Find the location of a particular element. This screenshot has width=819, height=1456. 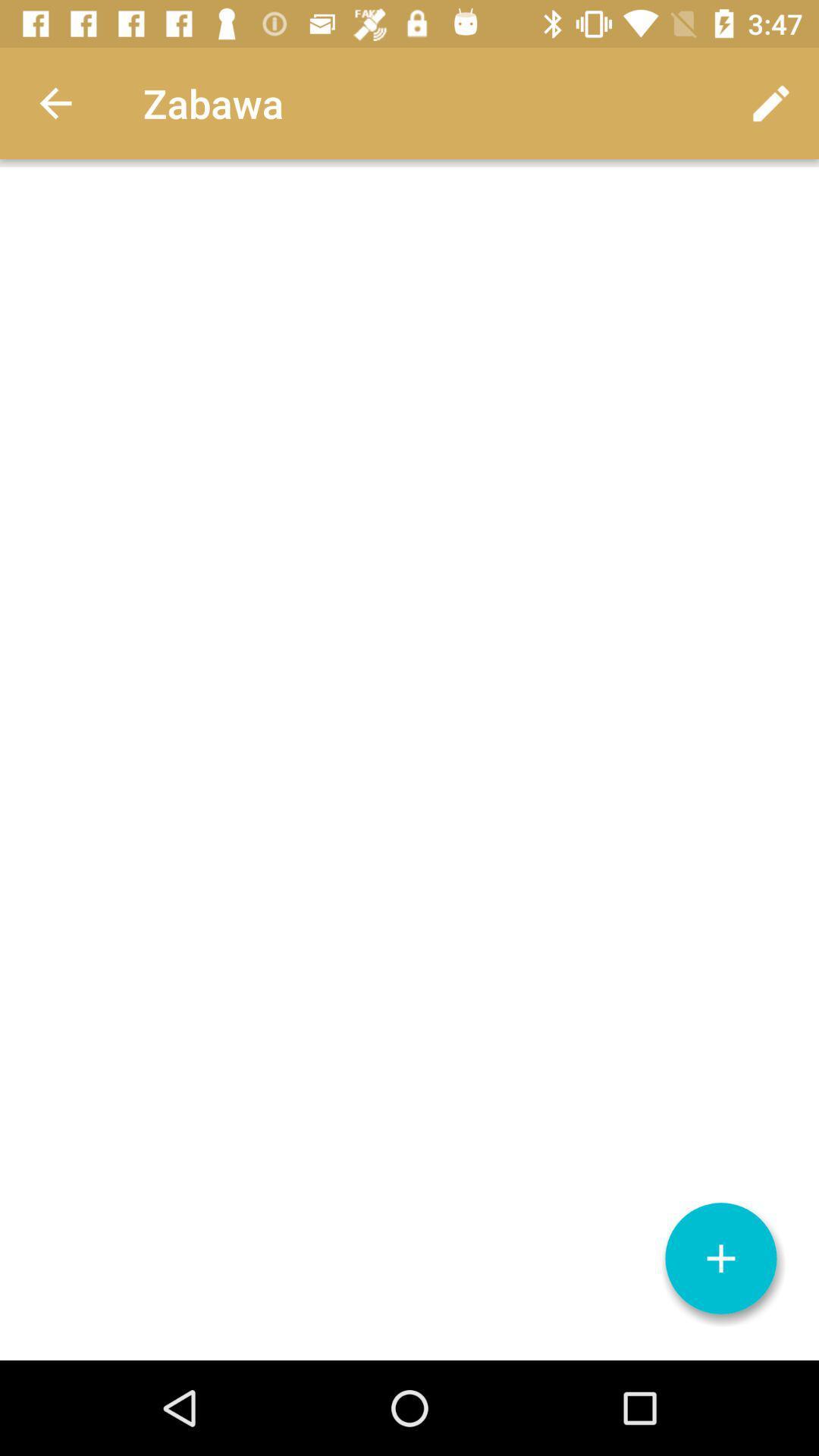

the add icon is located at coordinates (720, 1258).